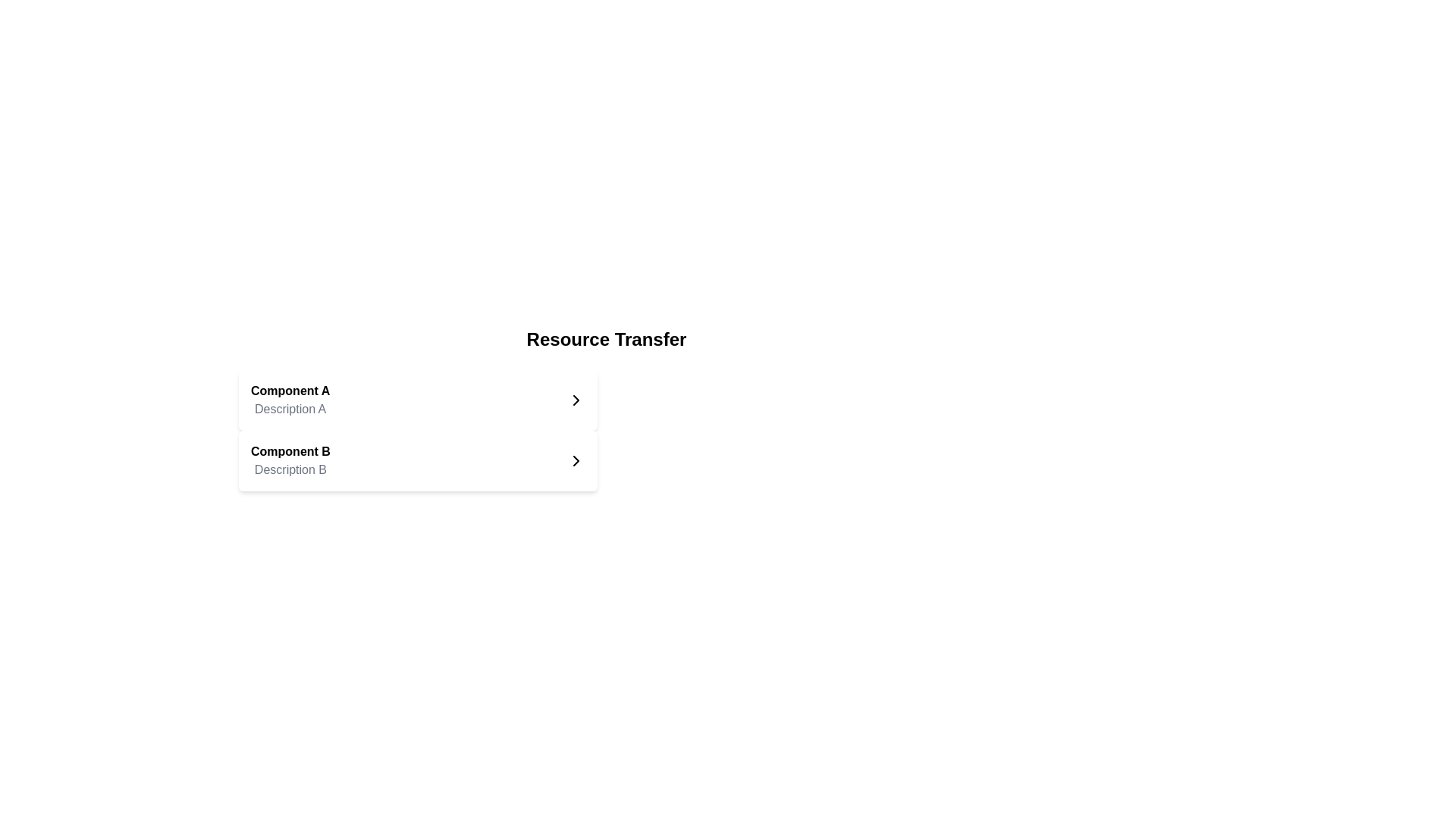  What do you see at coordinates (290, 391) in the screenshot?
I see `text label that serves as a title for the section containing 'Component A' and 'Description A', positioned at the upper-left part of the interface` at bounding box center [290, 391].